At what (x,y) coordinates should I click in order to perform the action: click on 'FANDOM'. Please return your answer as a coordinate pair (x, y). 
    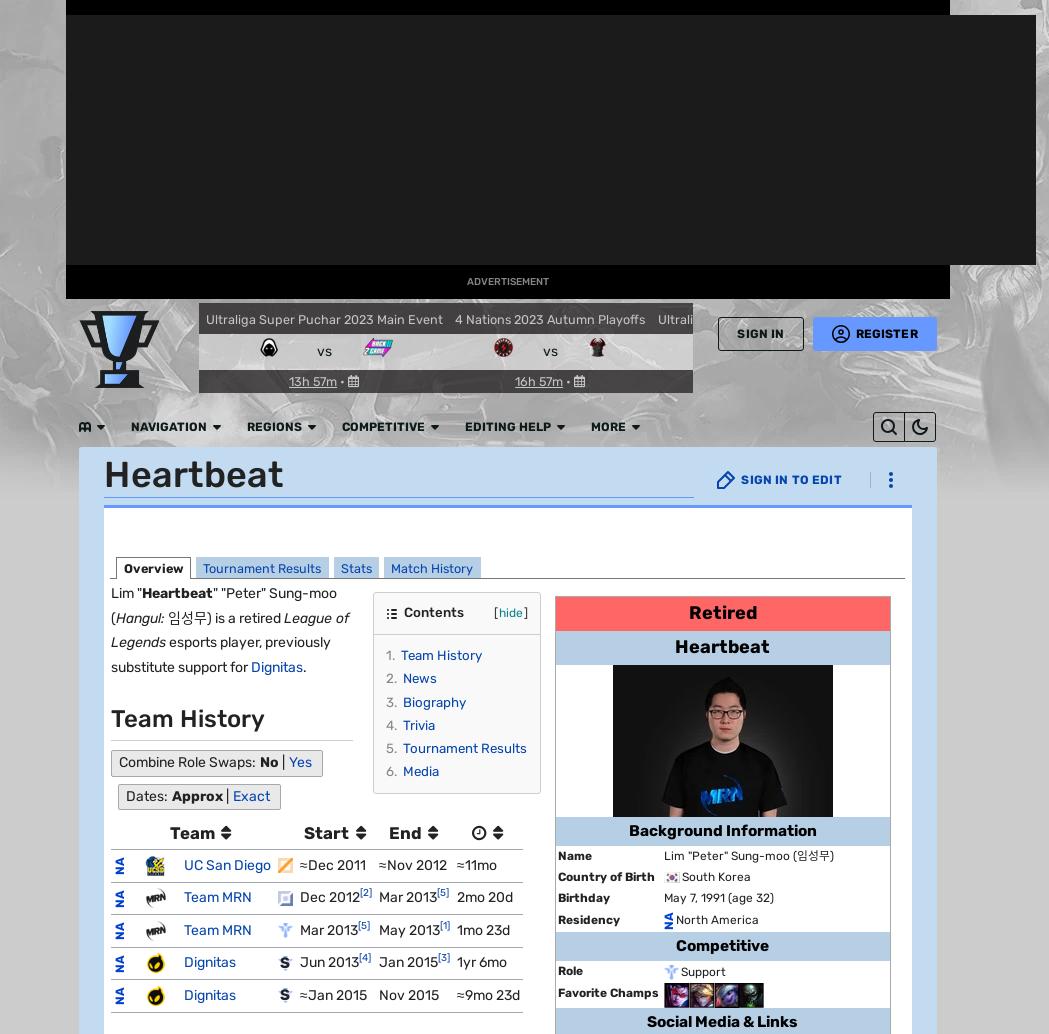
    Looking at the image, I should click on (32, 67).